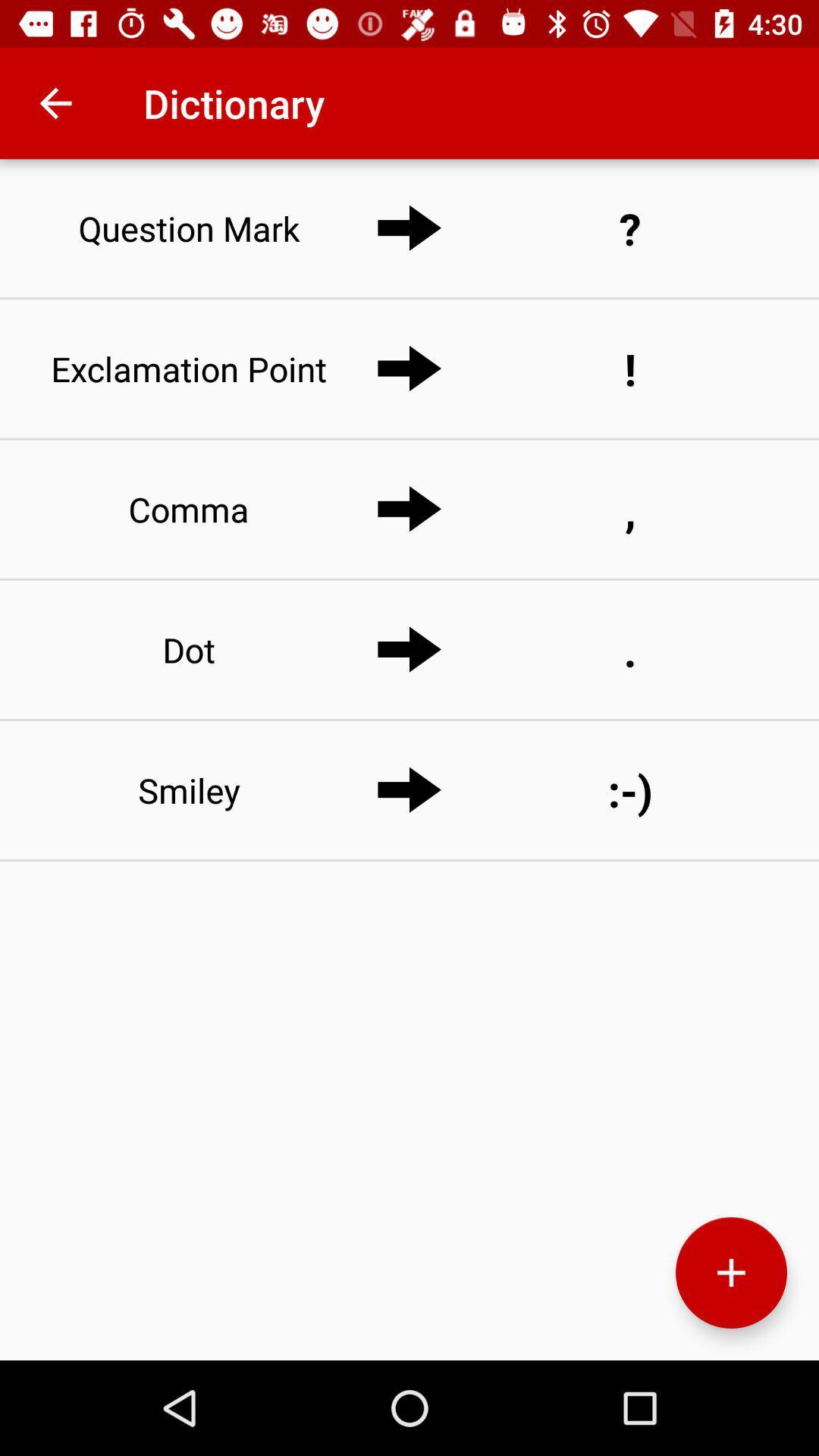  Describe the element at coordinates (730, 1272) in the screenshot. I see `element` at that location.